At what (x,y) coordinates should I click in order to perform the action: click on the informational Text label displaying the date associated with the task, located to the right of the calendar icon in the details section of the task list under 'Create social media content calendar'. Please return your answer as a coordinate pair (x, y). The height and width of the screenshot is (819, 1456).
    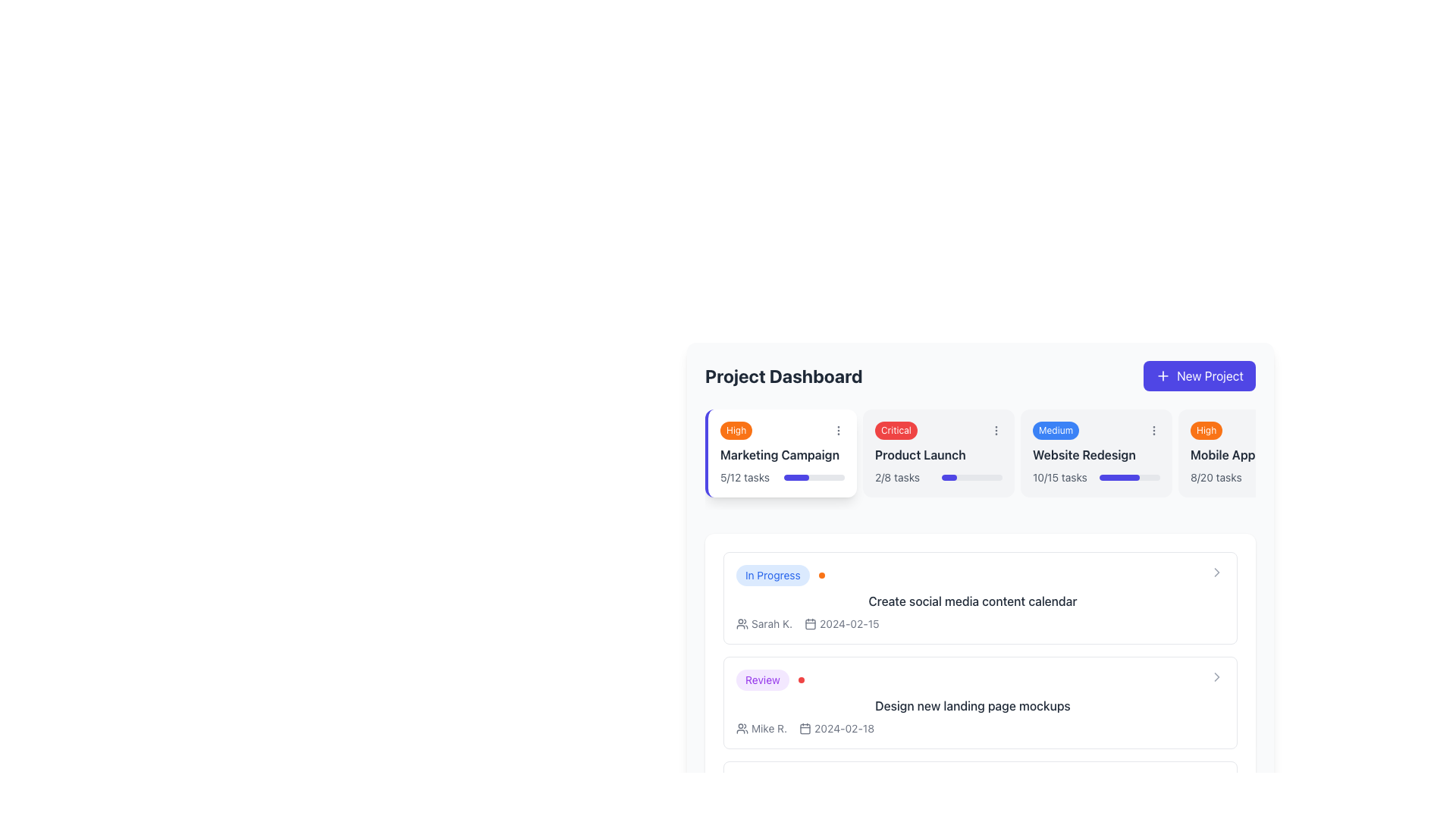
    Looking at the image, I should click on (849, 623).